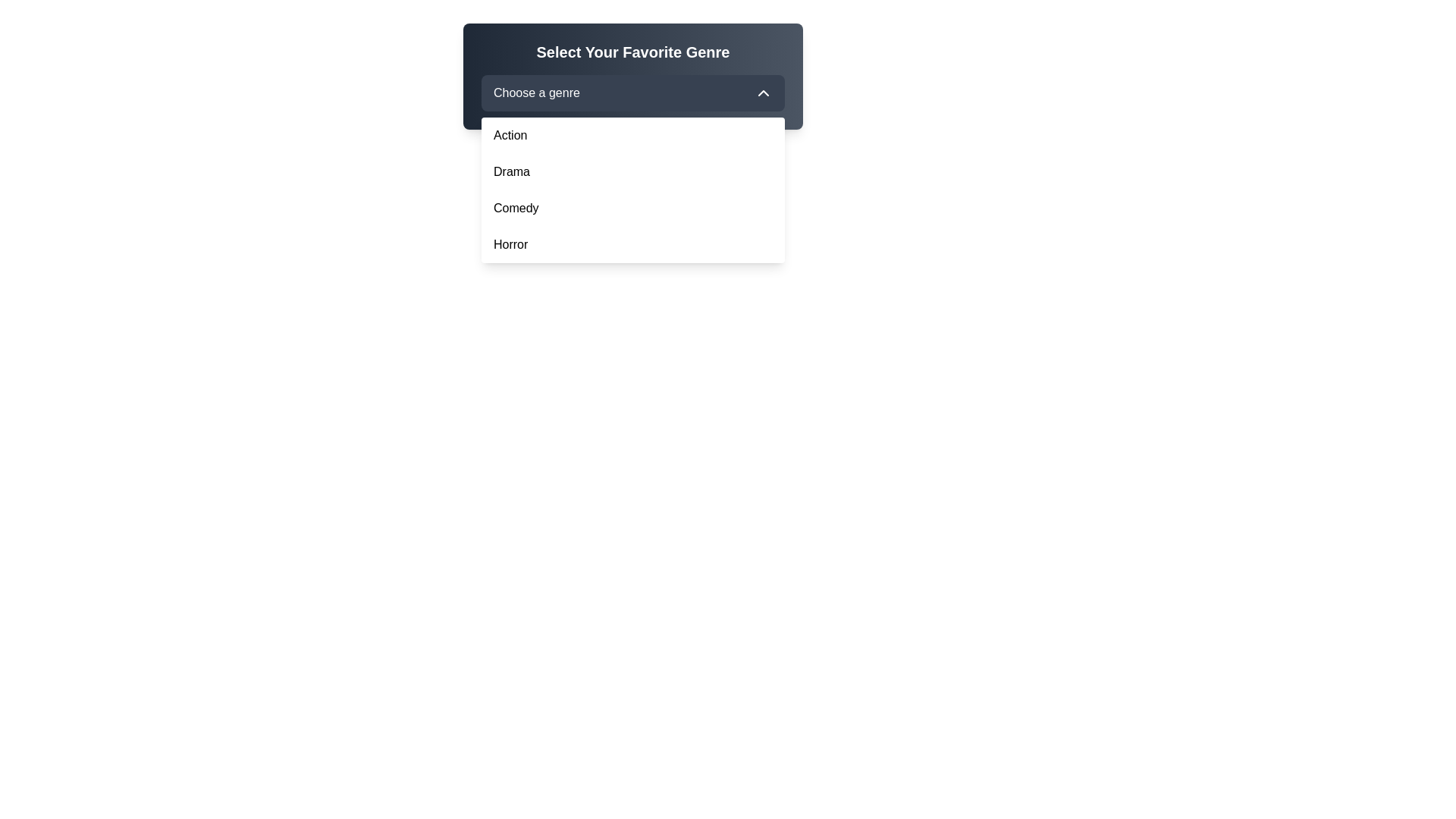 This screenshot has height=819, width=1456. I want to click on to select the 'Horror' option from the dropdown menu, which is the last item styled with a sans-serif font in black on a white background, so click(510, 244).